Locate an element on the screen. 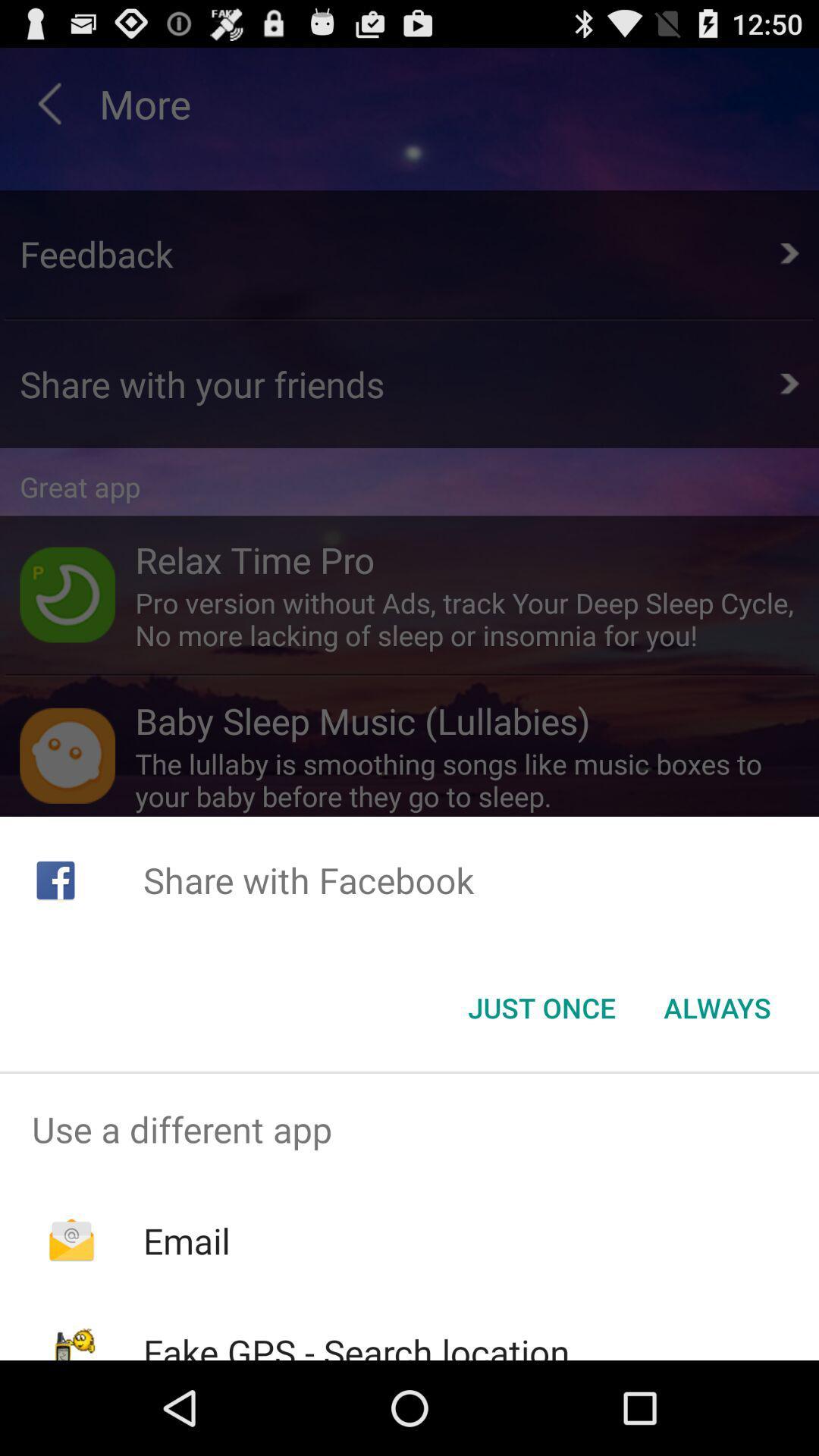 The image size is (819, 1456). the always button is located at coordinates (717, 1008).